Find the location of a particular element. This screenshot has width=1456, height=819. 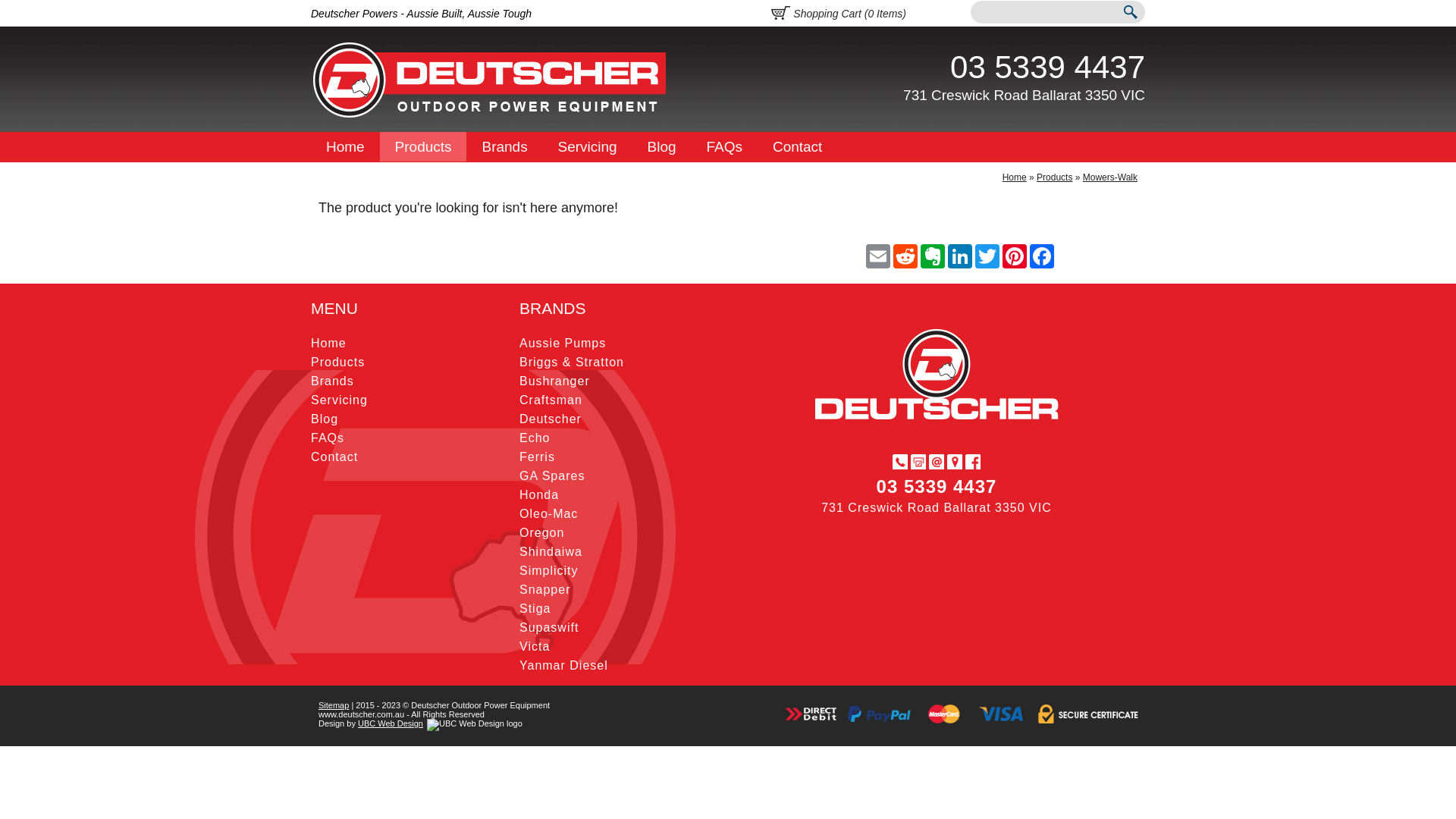

'Bushranger' is located at coordinates (554, 380).